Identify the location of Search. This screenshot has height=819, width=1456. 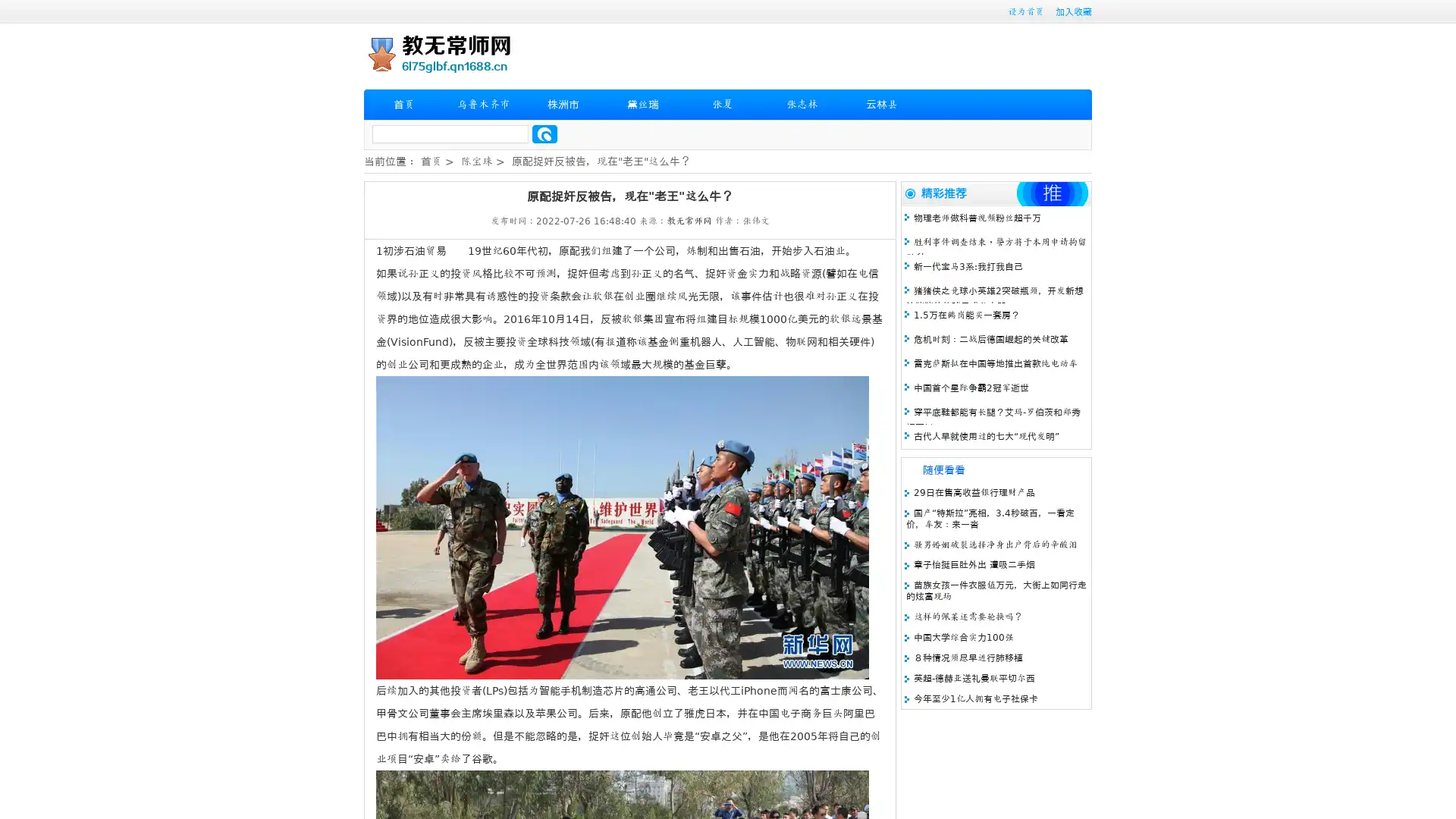
(544, 133).